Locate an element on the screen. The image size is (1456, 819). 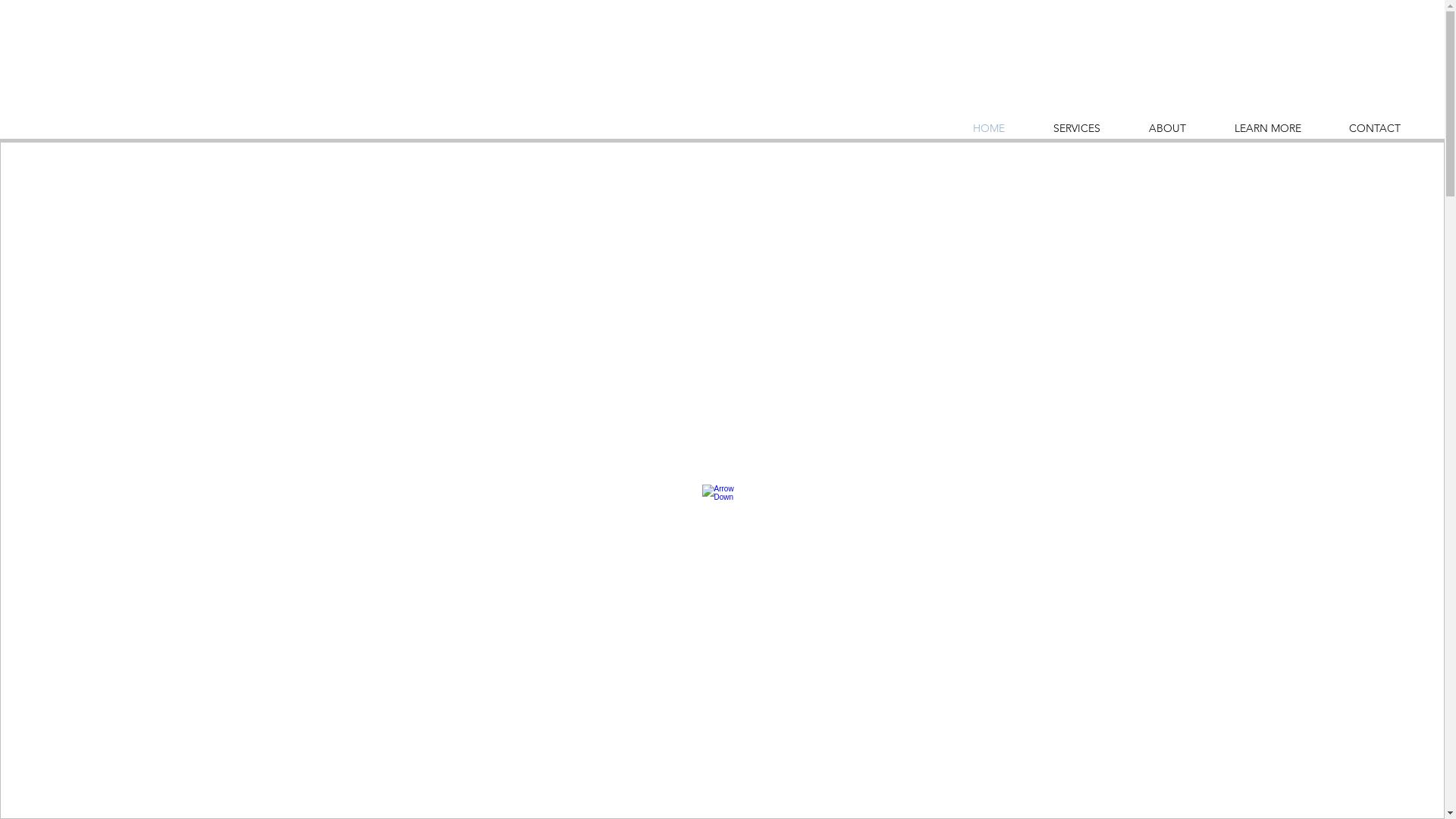
'LEARN MORE' is located at coordinates (1267, 127).